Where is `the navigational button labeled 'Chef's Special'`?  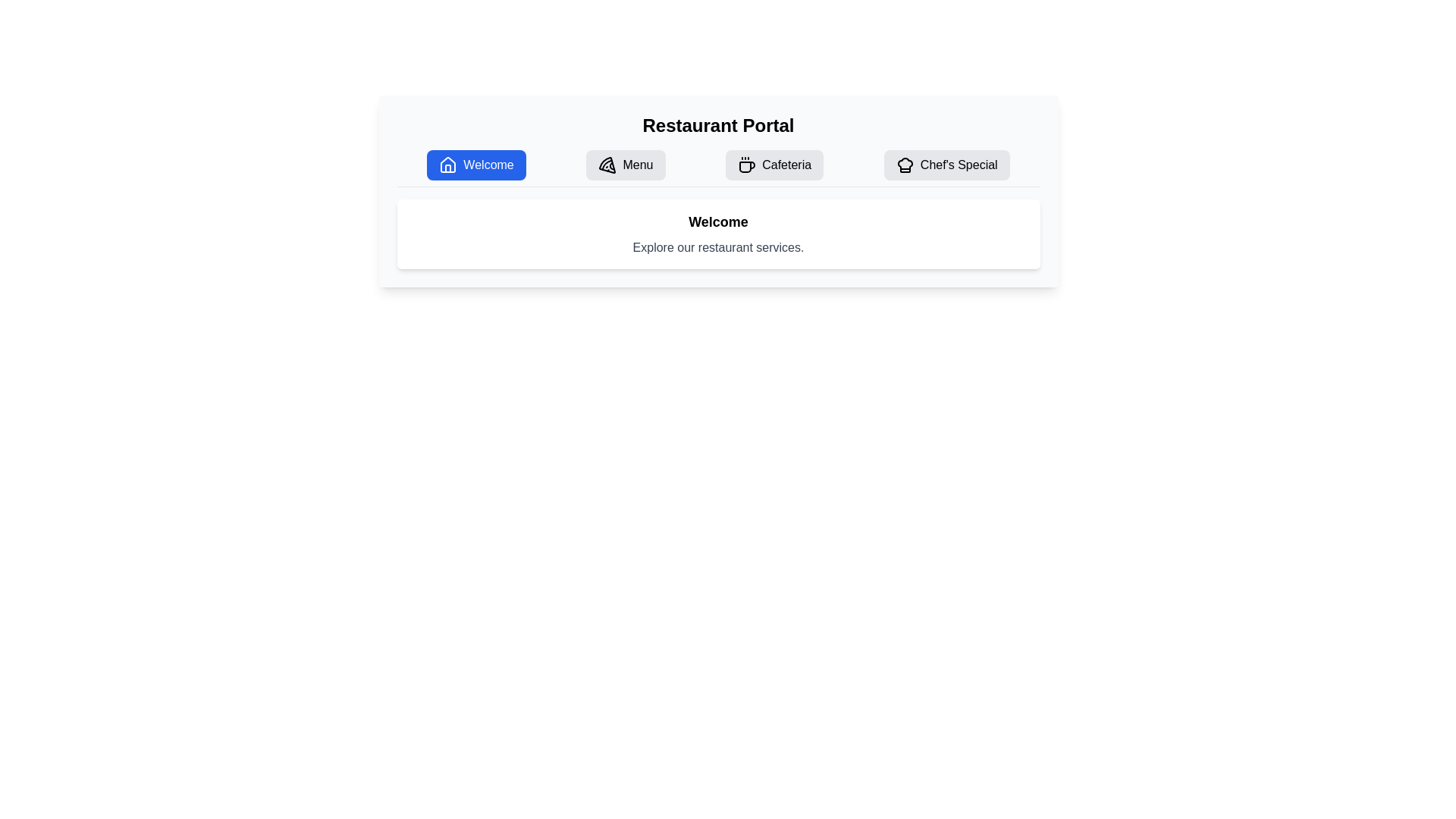
the navigational button labeled 'Chef's Special' is located at coordinates (946, 165).